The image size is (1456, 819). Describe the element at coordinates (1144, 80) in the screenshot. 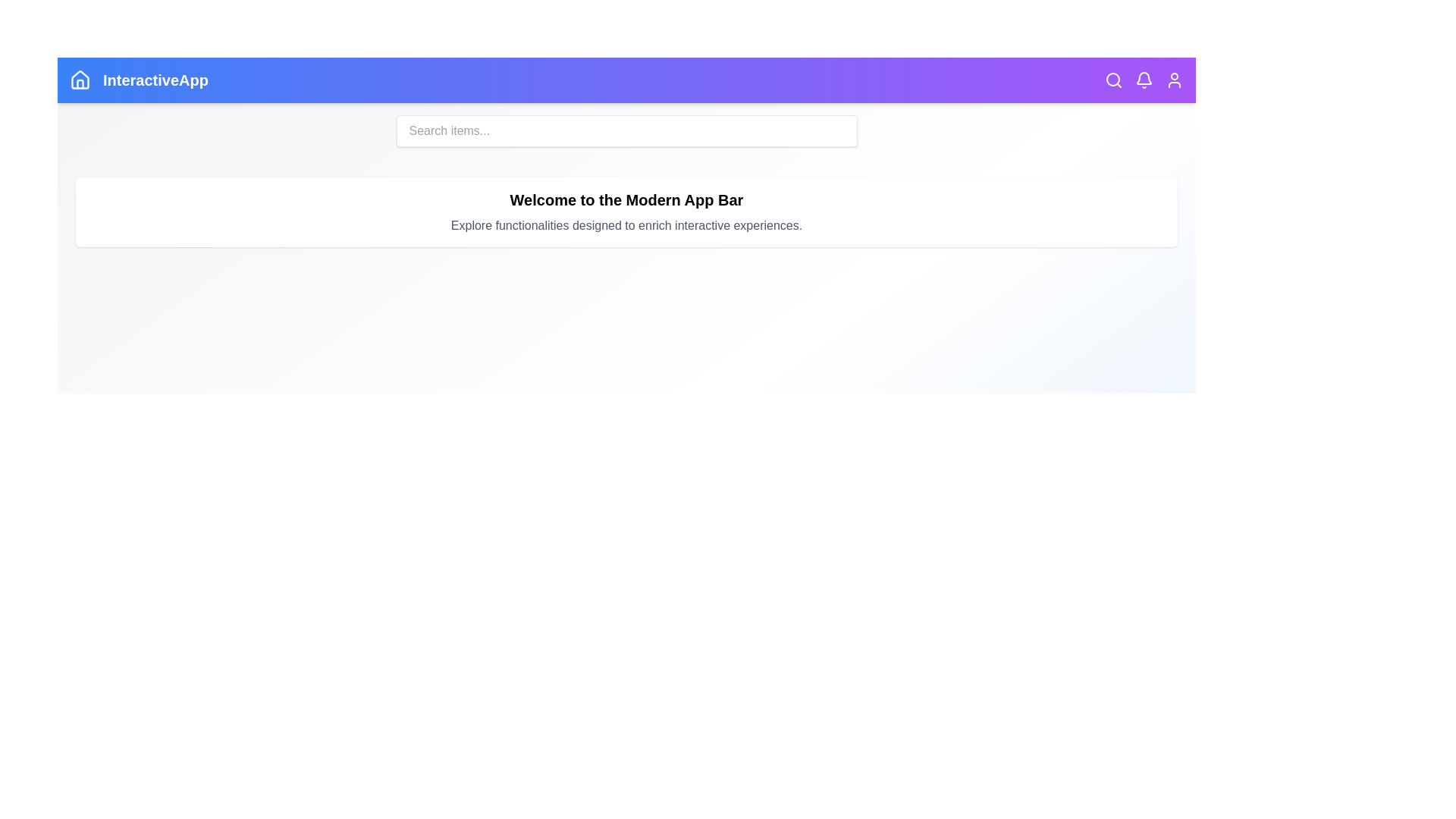

I see `the 'Bell' icon to view notifications` at that location.